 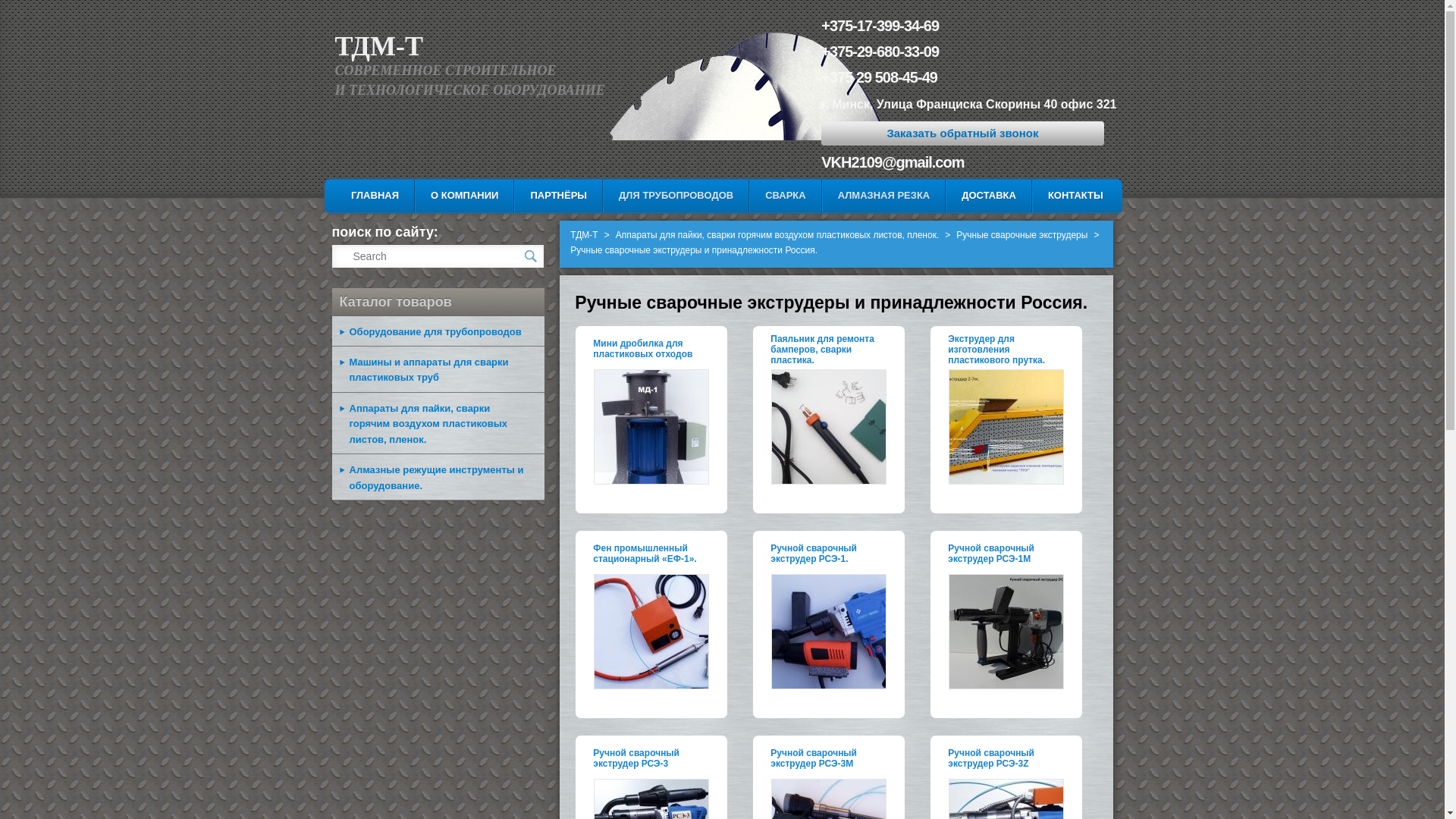 What do you see at coordinates (432, 193) in the screenshot?
I see `'SKIP TO SECONDARY CONTENT'` at bounding box center [432, 193].